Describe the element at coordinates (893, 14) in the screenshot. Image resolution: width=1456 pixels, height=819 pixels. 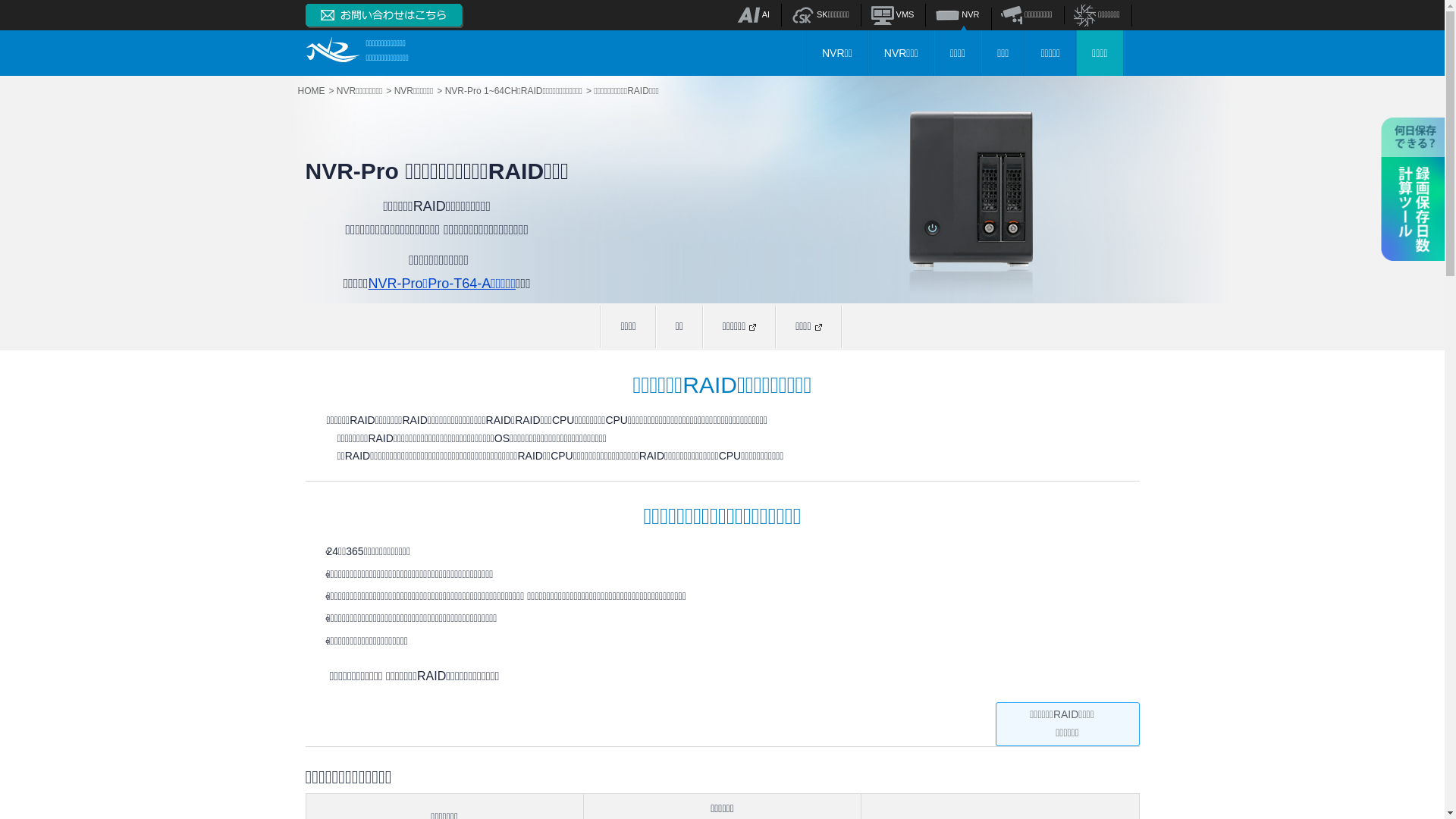
I see `'VMS'` at that location.